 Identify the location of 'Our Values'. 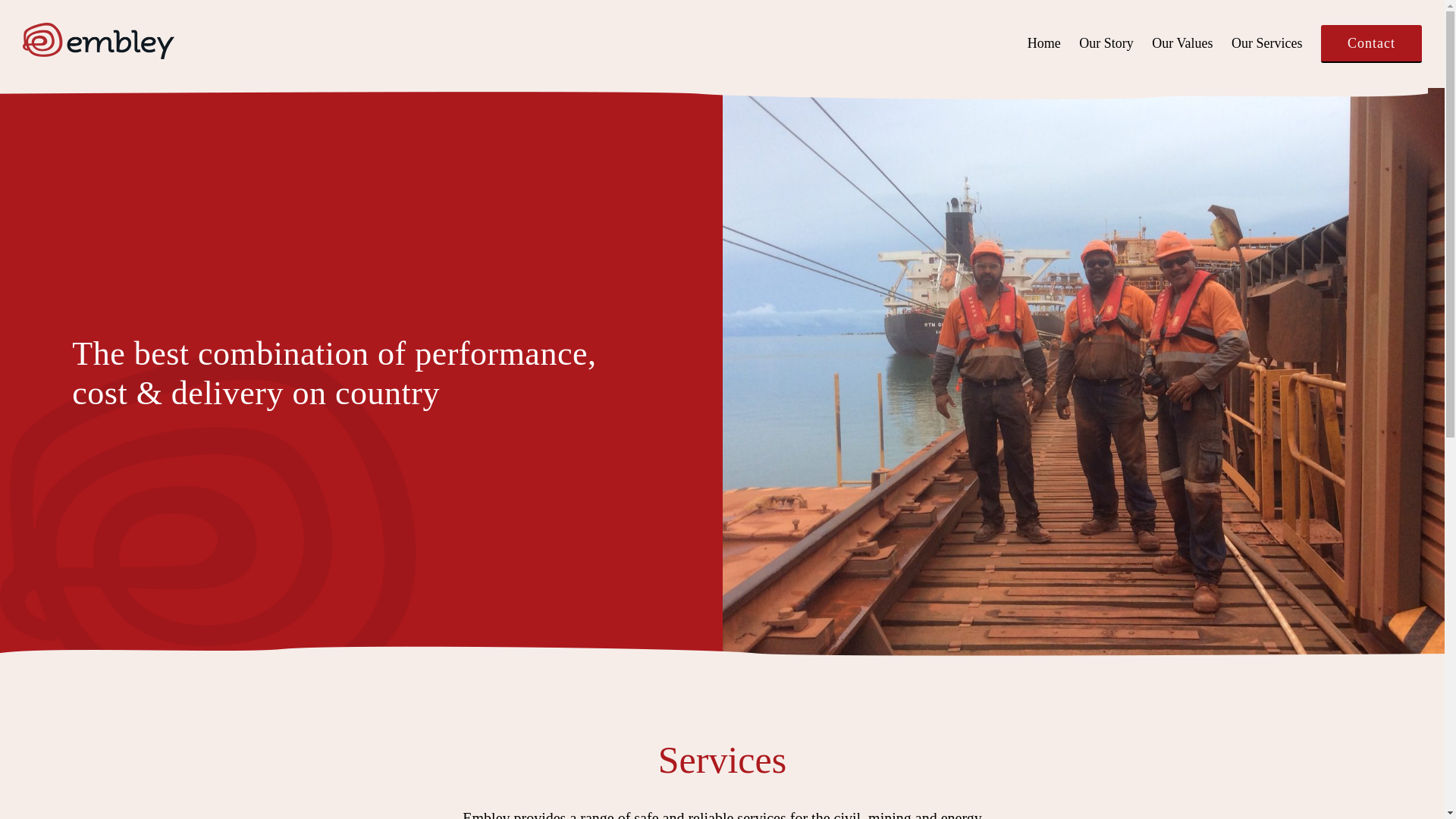
(1181, 42).